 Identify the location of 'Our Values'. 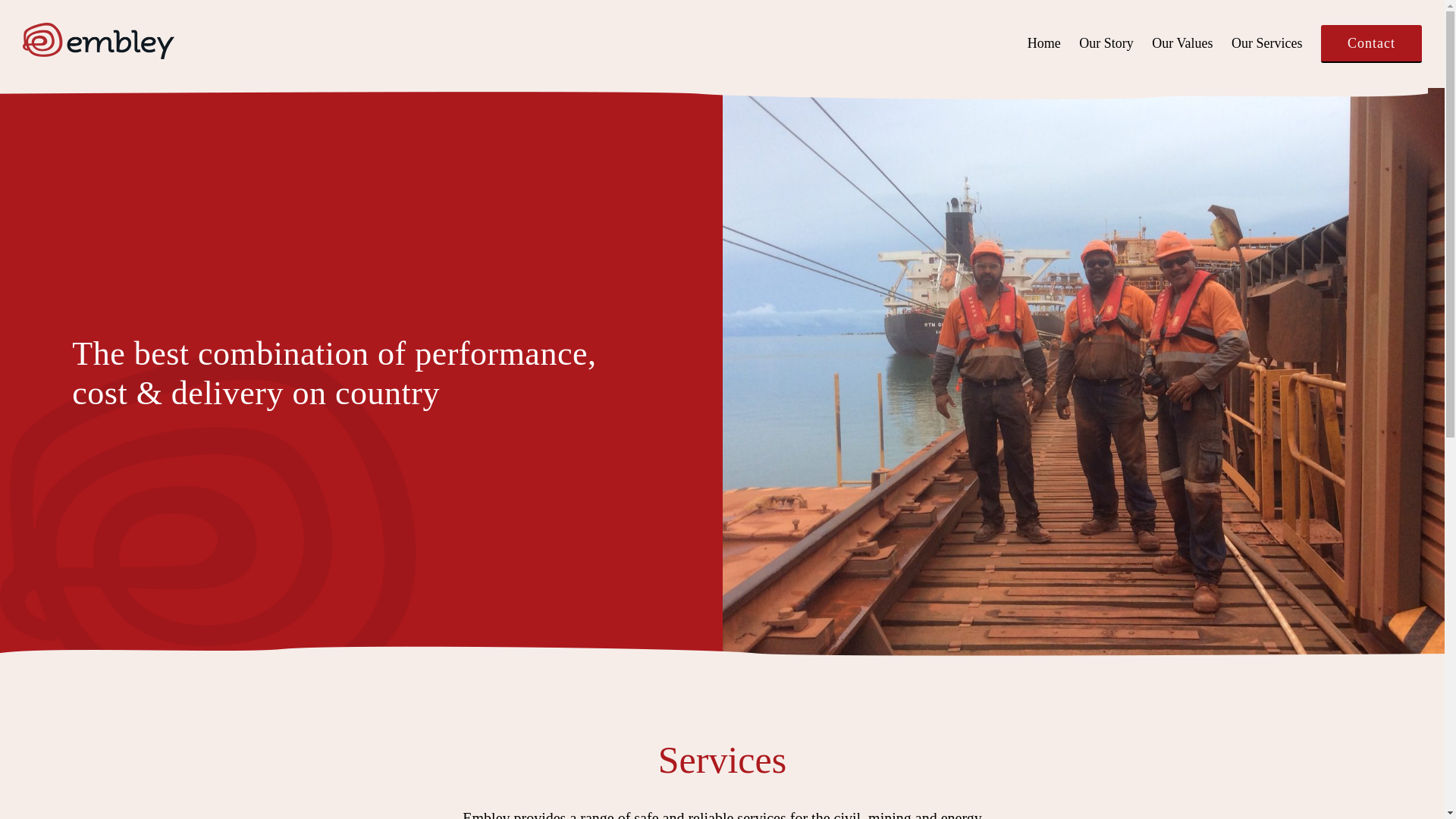
(1181, 42).